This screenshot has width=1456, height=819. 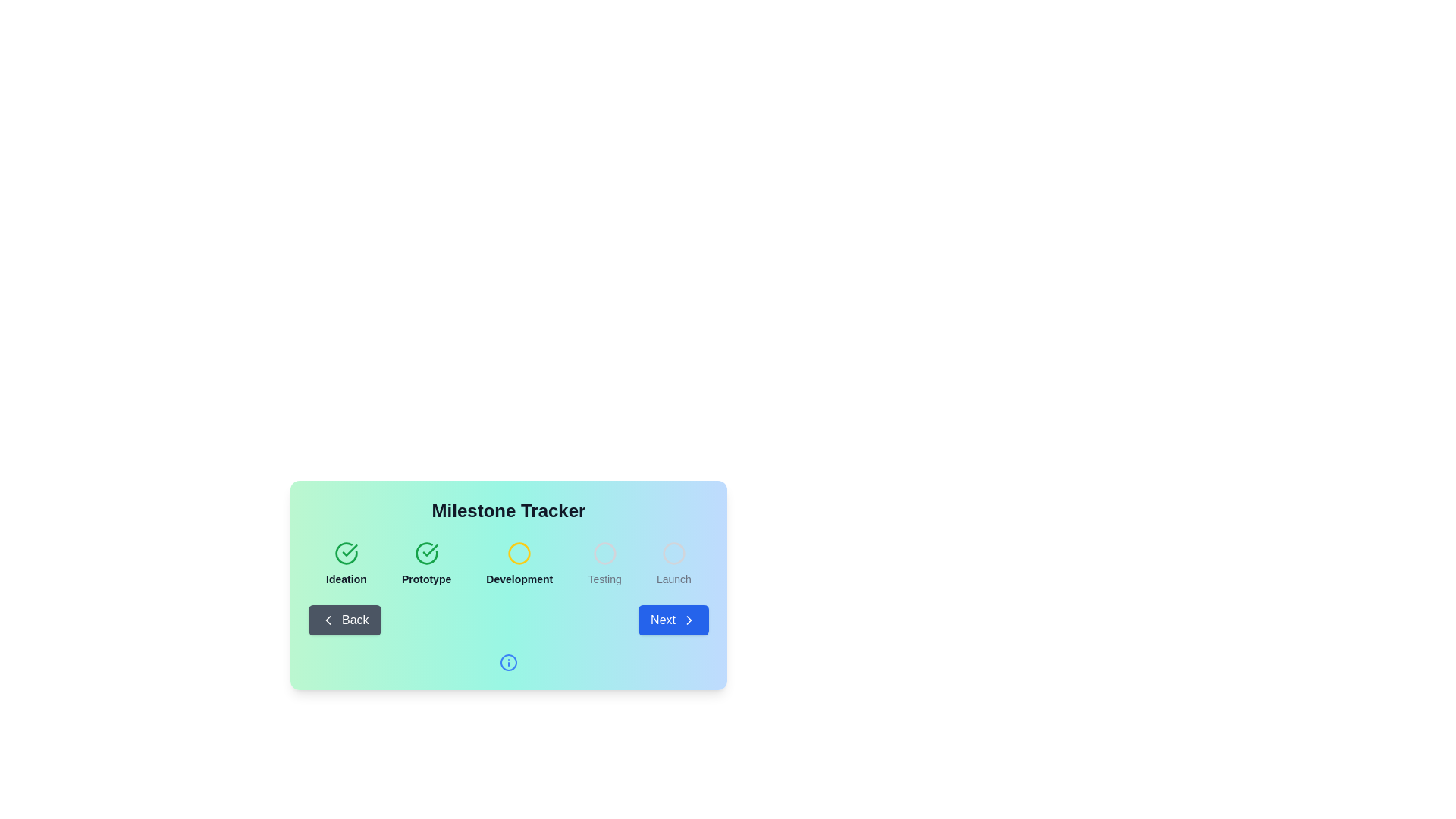 I want to click on the 'Development' milestone indicator in the workflow tracker, so click(x=519, y=564).